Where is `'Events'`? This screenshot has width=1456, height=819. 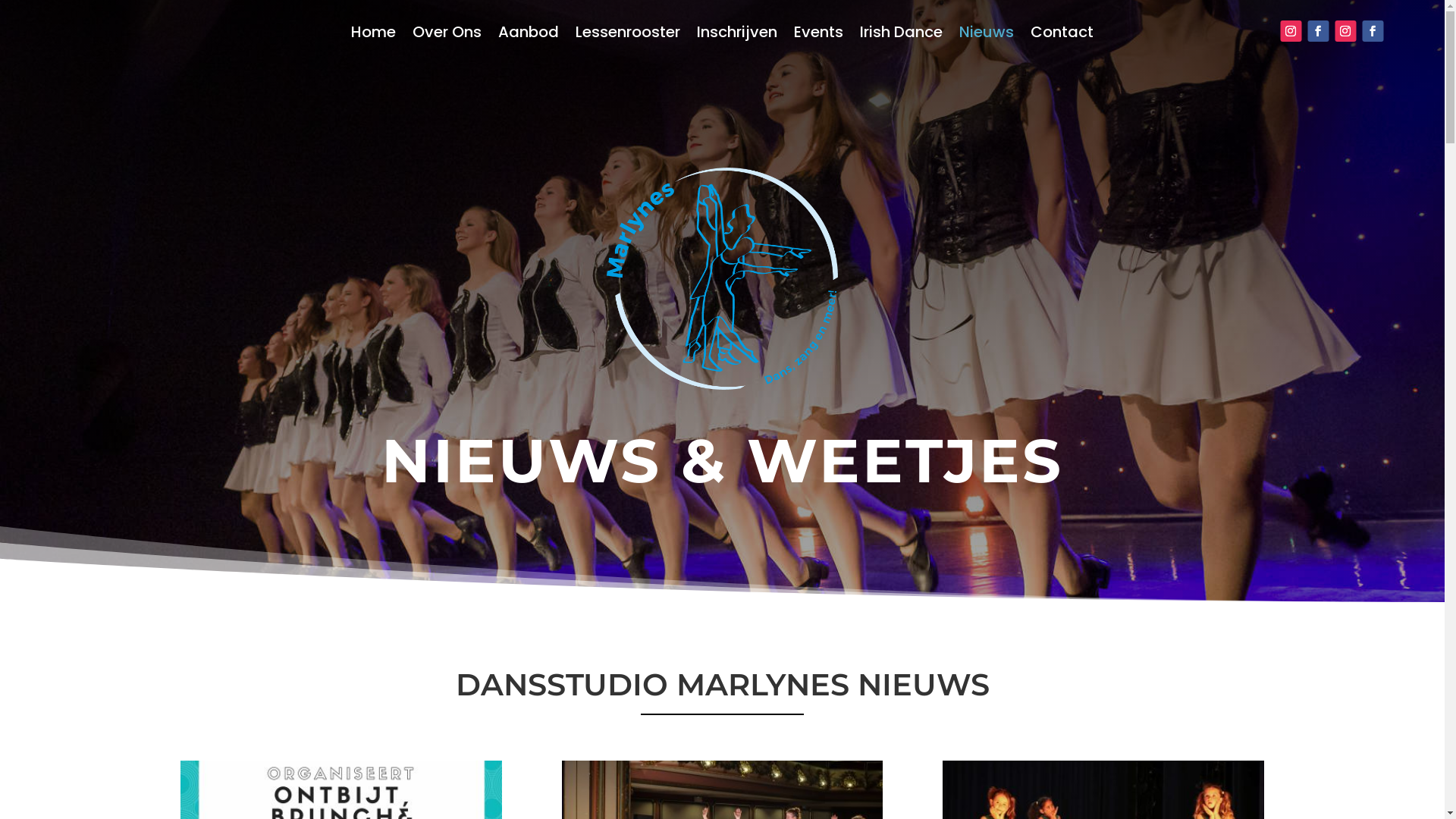 'Events' is located at coordinates (817, 34).